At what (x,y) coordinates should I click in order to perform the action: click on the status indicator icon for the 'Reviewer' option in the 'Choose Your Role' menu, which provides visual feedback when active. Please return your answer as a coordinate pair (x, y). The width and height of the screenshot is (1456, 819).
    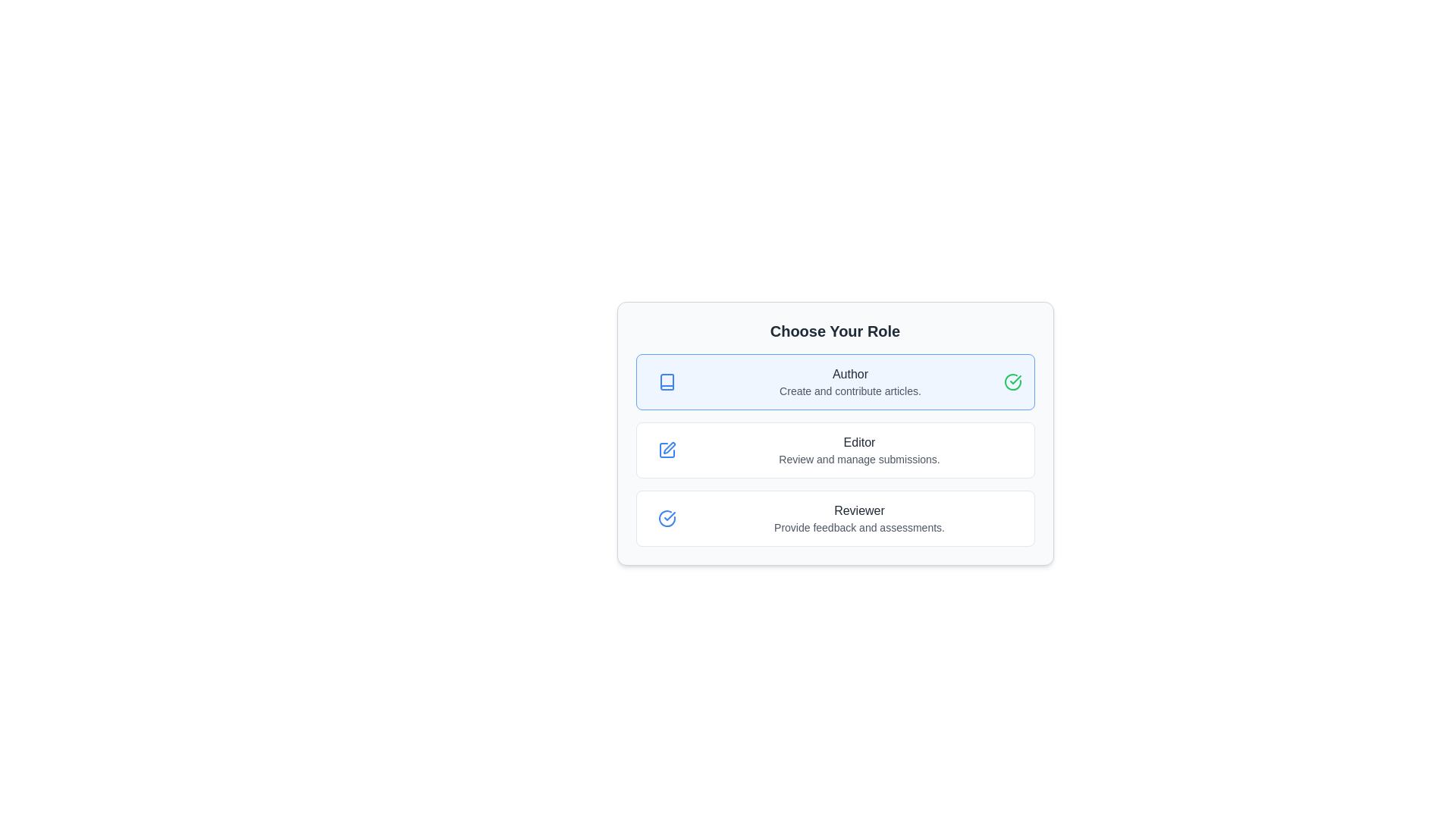
    Looking at the image, I should click on (667, 517).